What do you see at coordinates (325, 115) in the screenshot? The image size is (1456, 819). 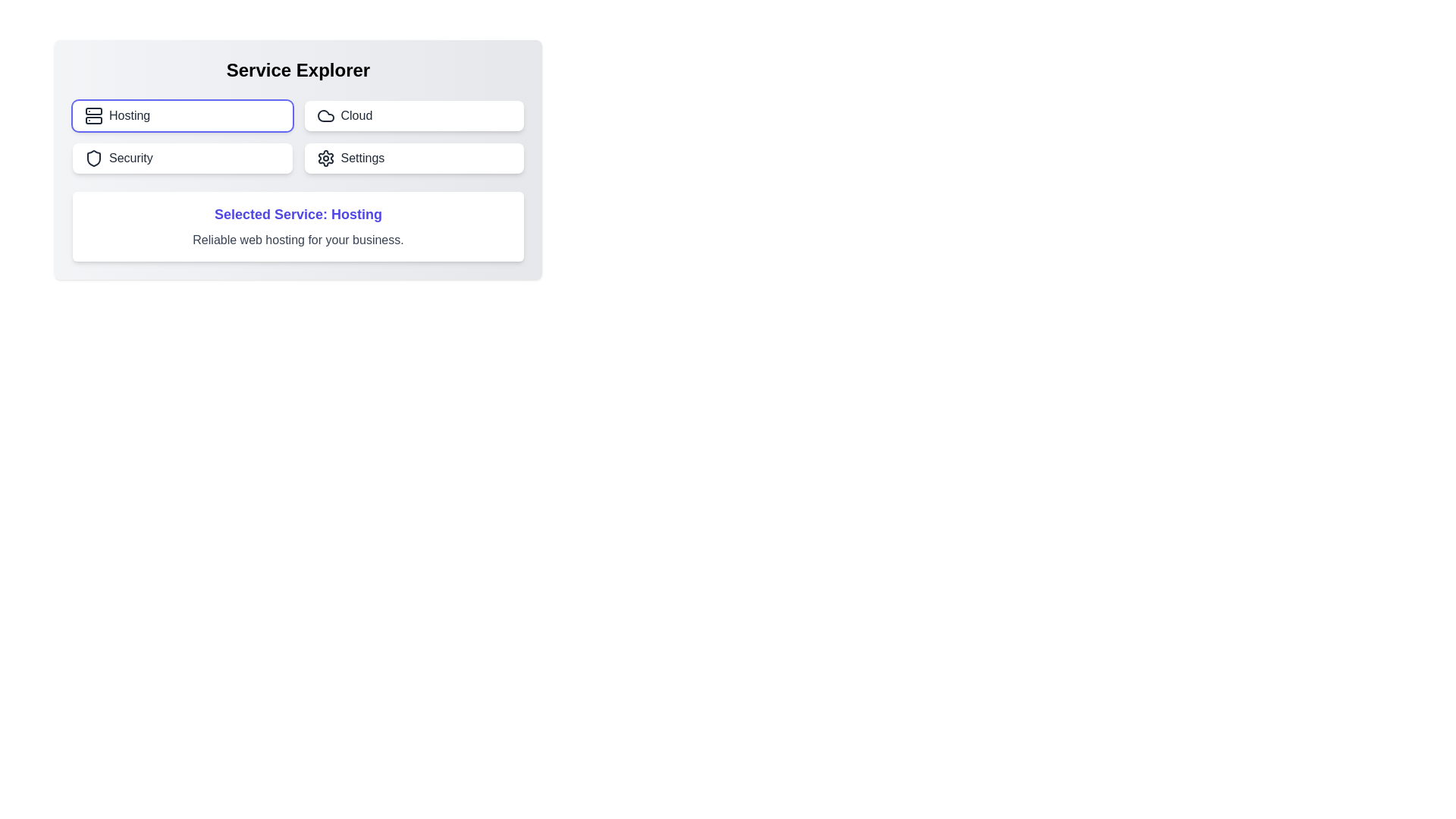 I see `the rounded rectangle button labeled 'Cloud' that contains a stylized cloud icon on its left side` at bounding box center [325, 115].